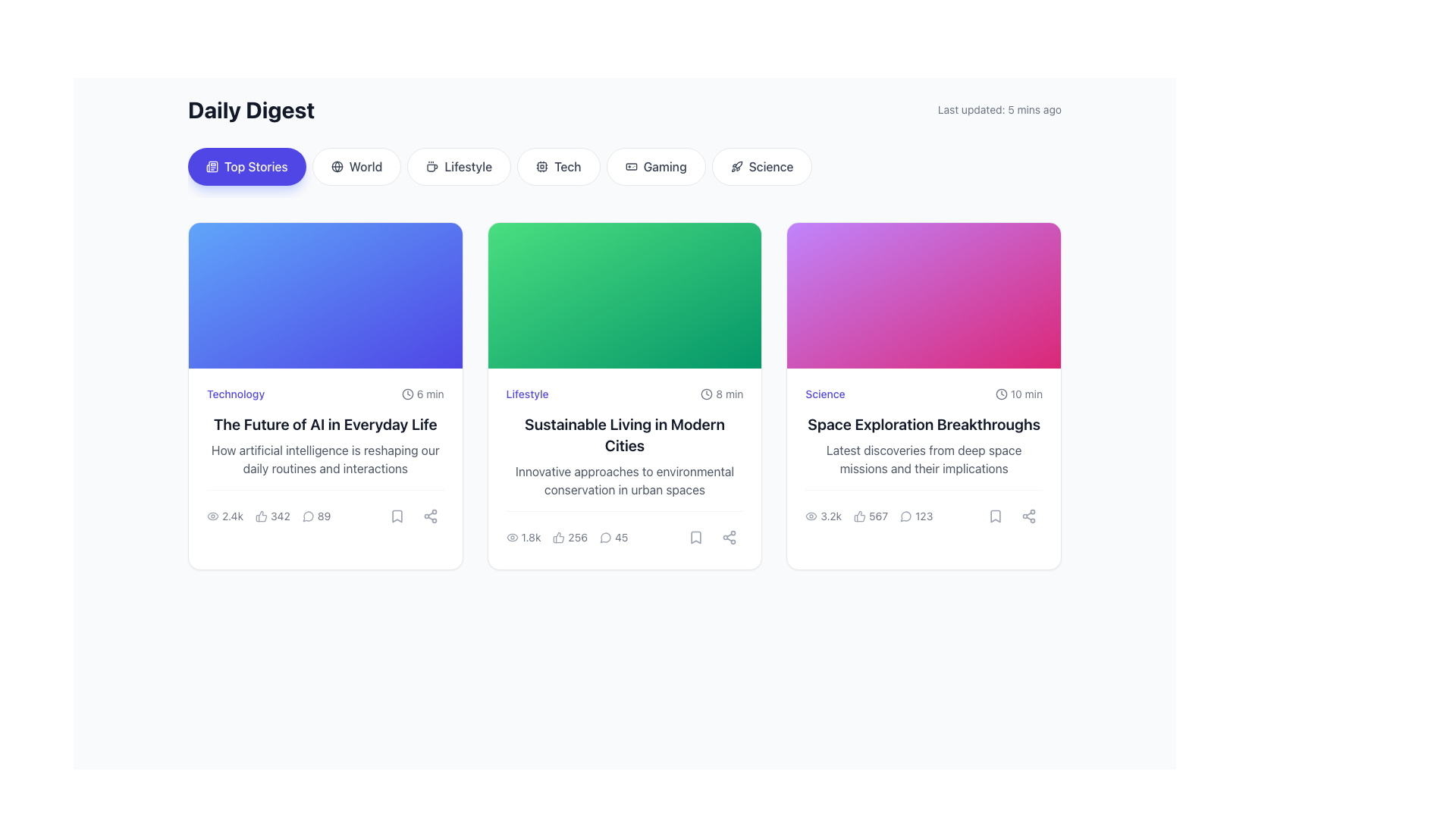 The height and width of the screenshot is (819, 1456). Describe the element at coordinates (625, 530) in the screenshot. I see `the static text with an icon for comments or message count in the card titled 'Sustainable Living in Modern Cities'` at that location.